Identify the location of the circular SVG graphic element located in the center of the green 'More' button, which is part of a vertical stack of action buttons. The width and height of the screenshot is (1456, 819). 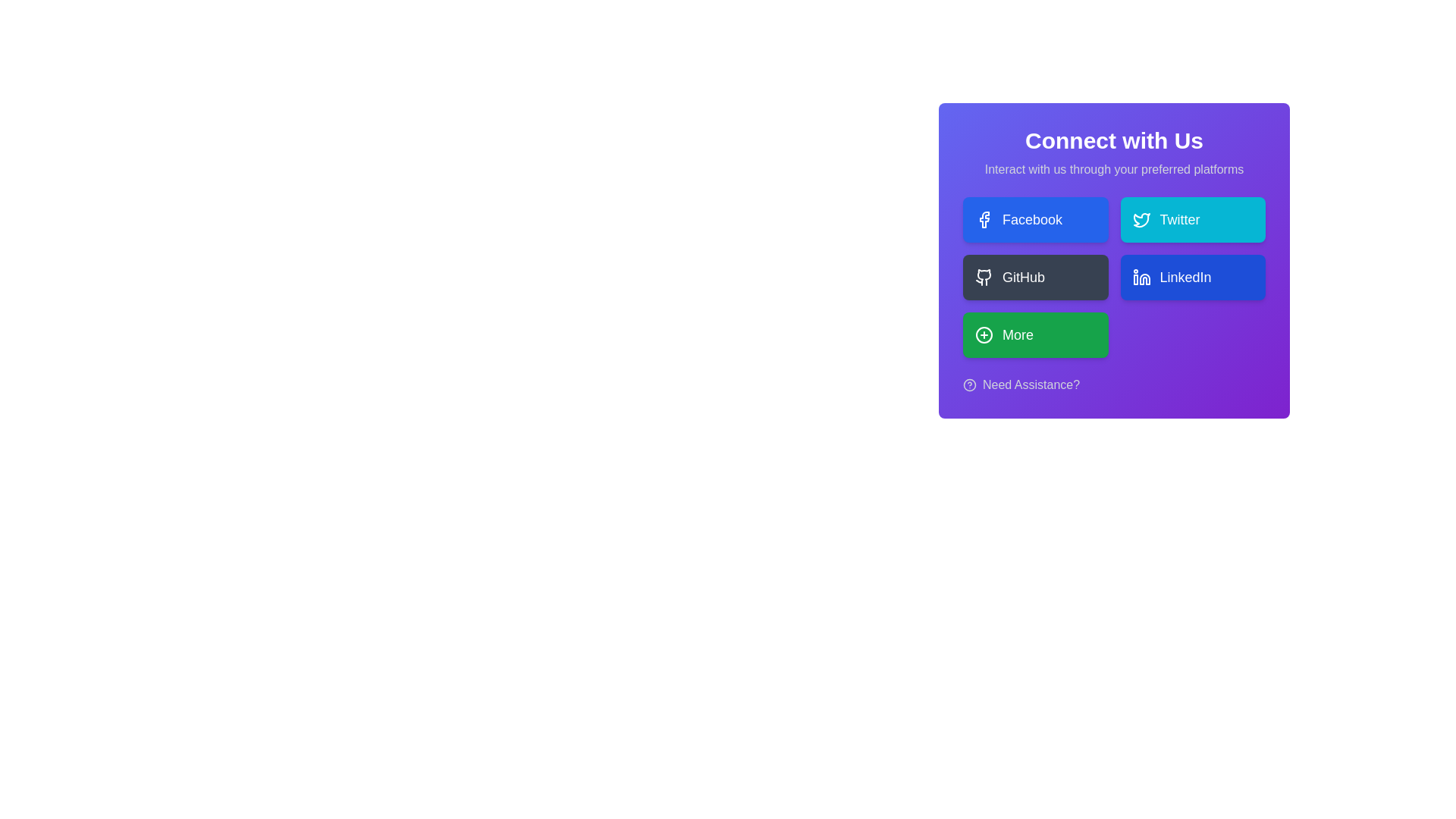
(984, 334).